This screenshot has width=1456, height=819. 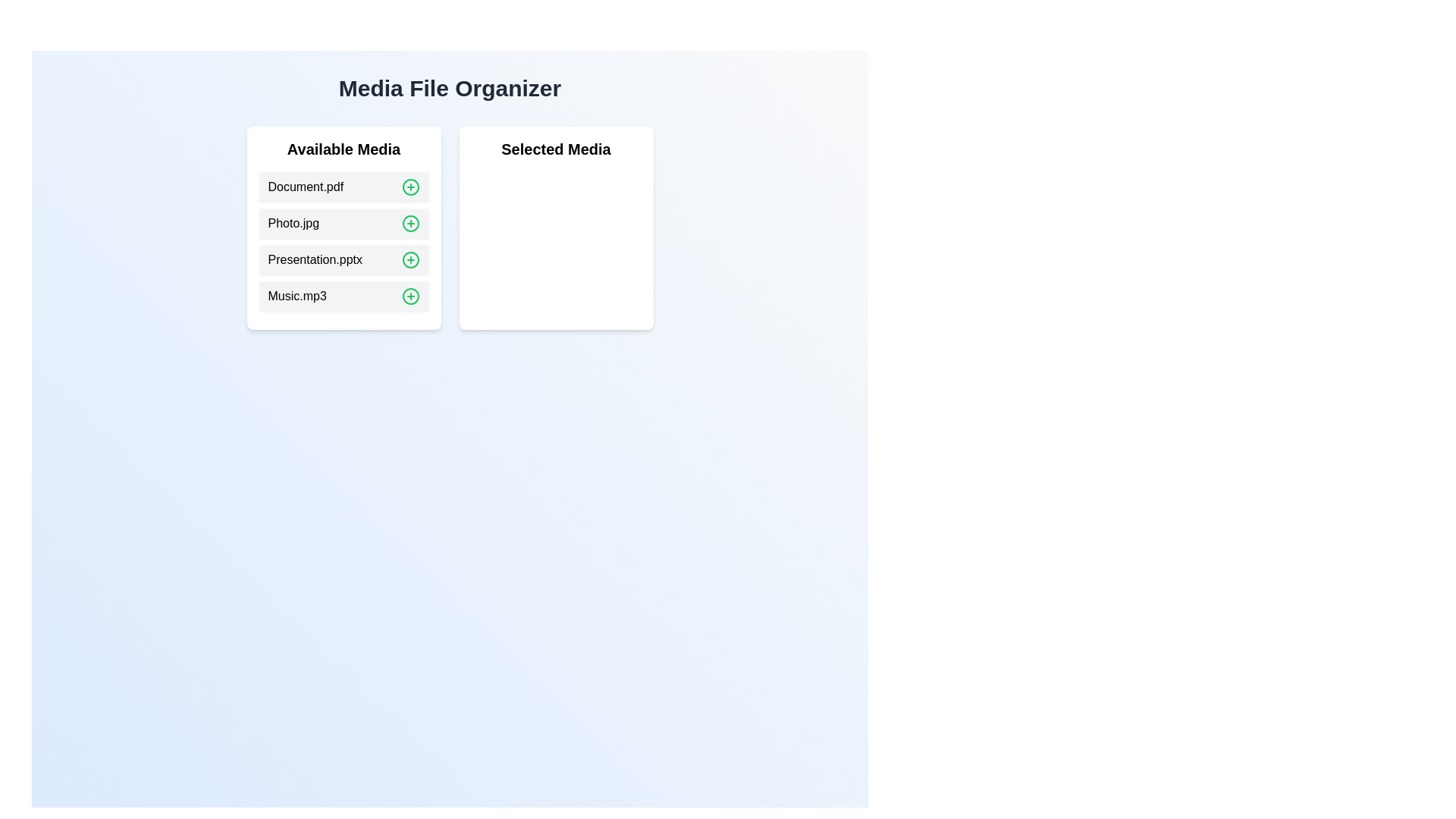 What do you see at coordinates (555, 149) in the screenshot?
I see `the 'Selected Media' section to examine its contents` at bounding box center [555, 149].